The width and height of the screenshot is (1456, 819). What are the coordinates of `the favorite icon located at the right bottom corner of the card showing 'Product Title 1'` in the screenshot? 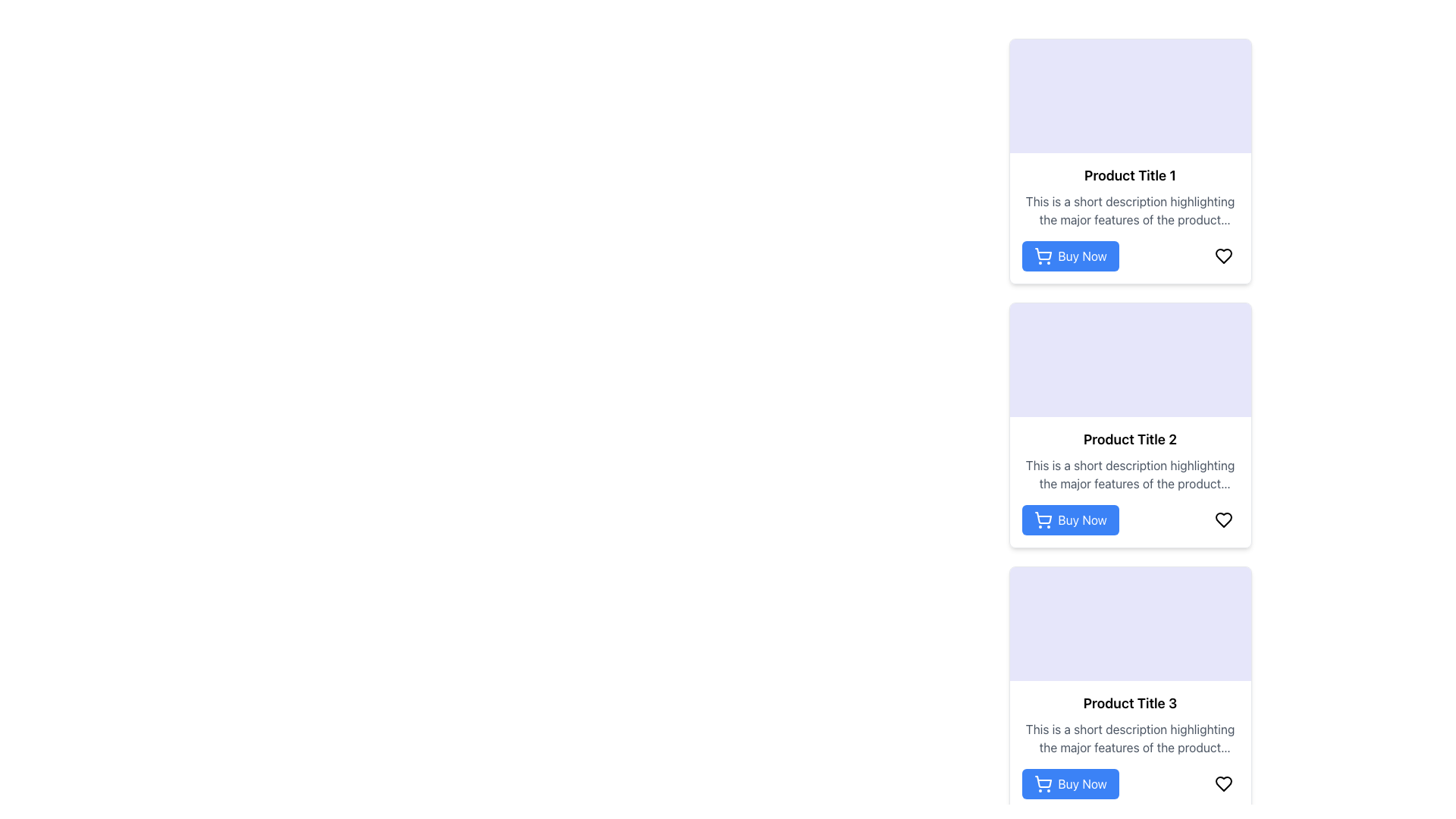 It's located at (1223, 256).